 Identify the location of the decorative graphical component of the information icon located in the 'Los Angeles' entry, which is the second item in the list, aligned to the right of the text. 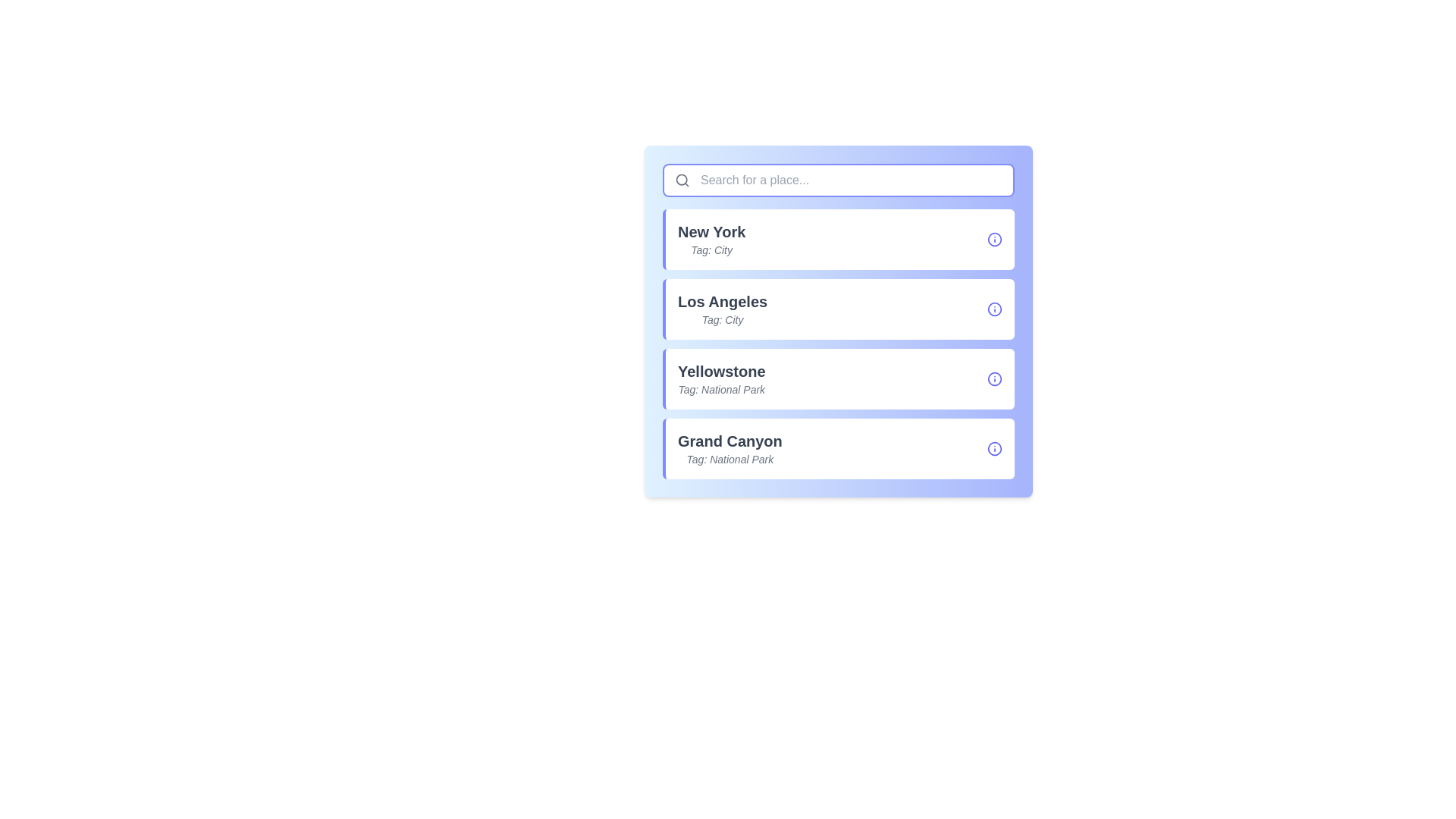
(994, 309).